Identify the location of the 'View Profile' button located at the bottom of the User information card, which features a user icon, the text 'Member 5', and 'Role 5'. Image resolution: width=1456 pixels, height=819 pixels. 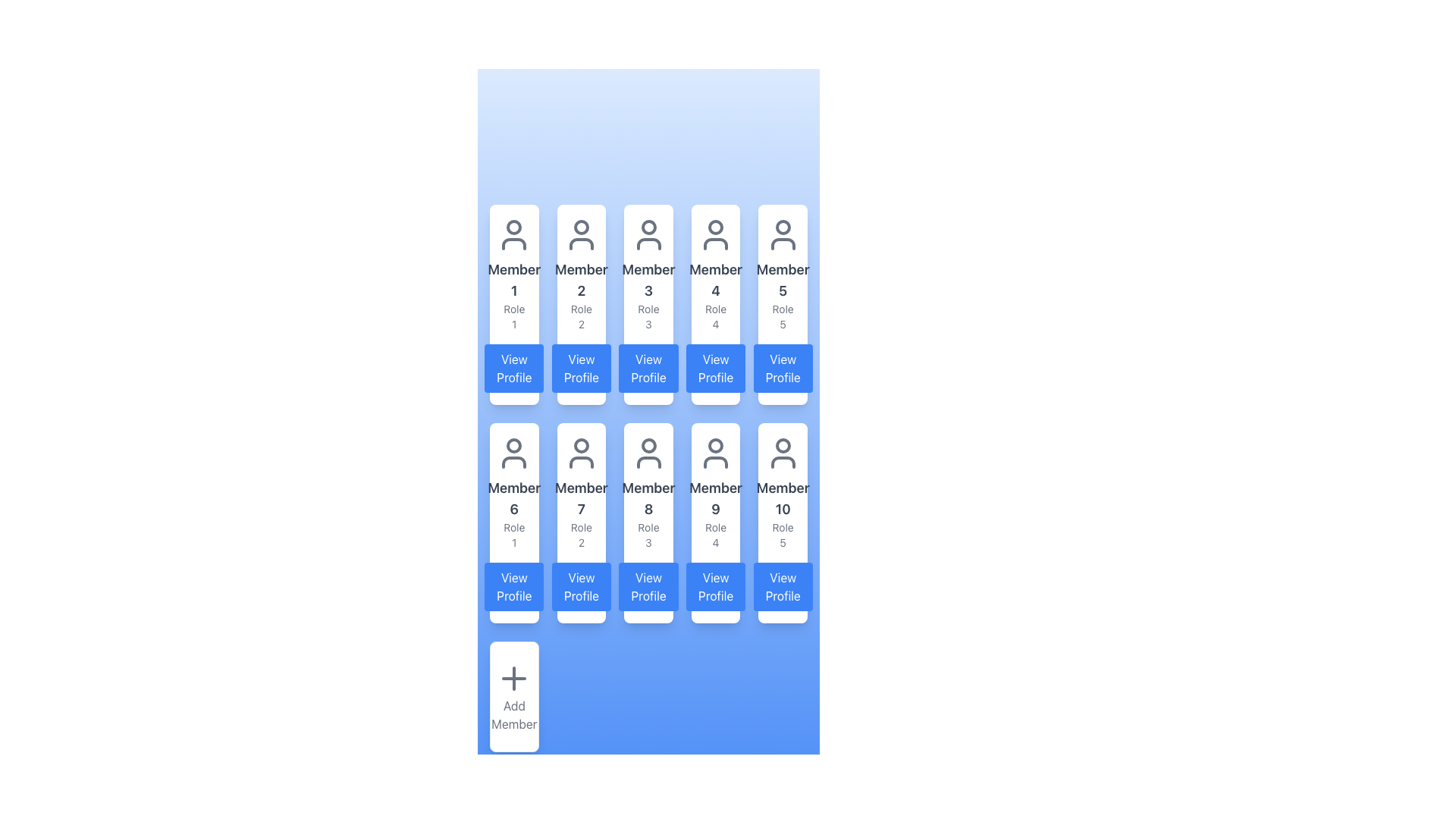
(783, 304).